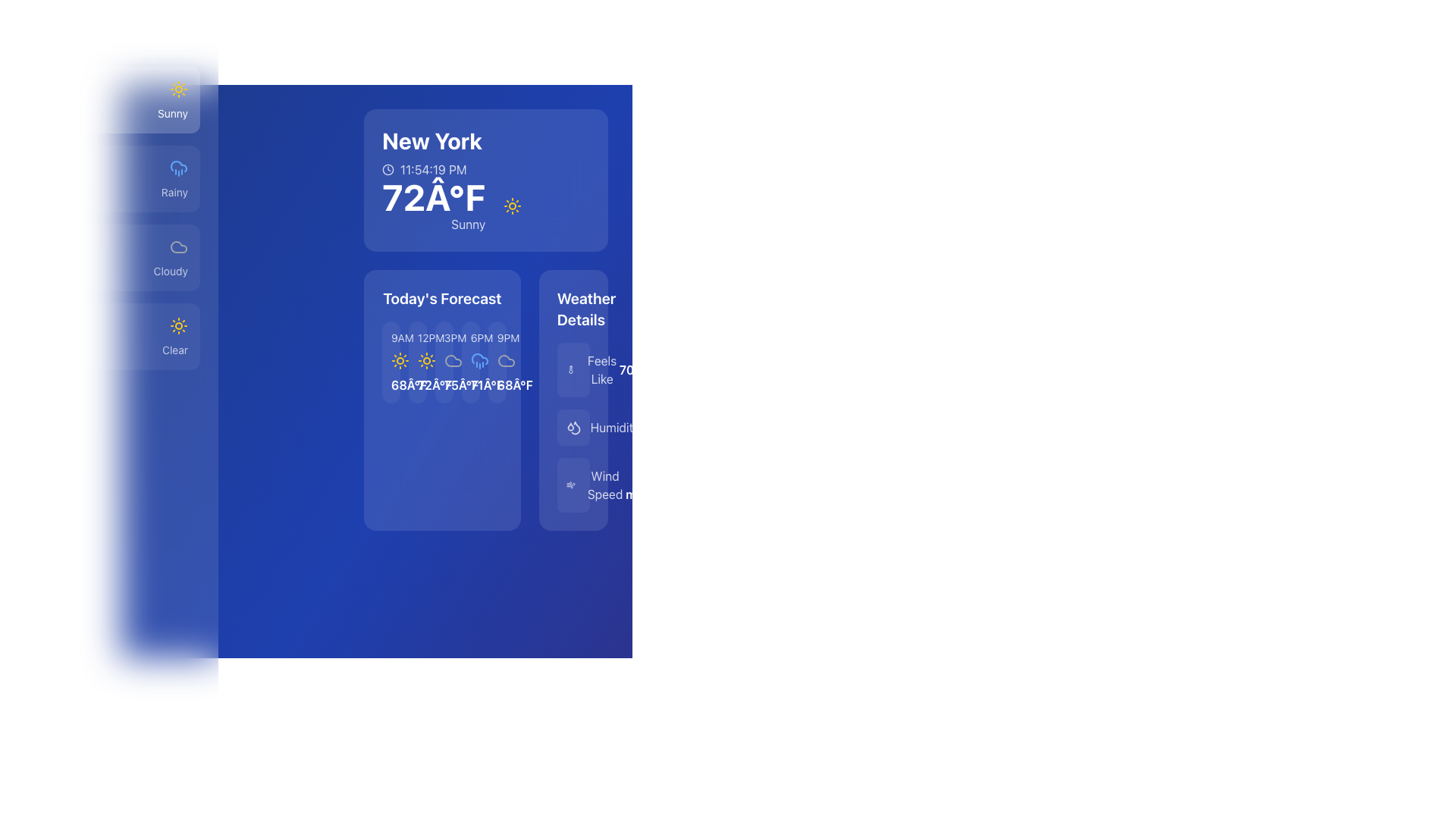 The height and width of the screenshot is (819, 1456). What do you see at coordinates (570, 370) in the screenshot?
I see `the thermometer icon located in the 'Weather Details' sidebar section, positioned to the left of the 'Feels Like' label` at bounding box center [570, 370].